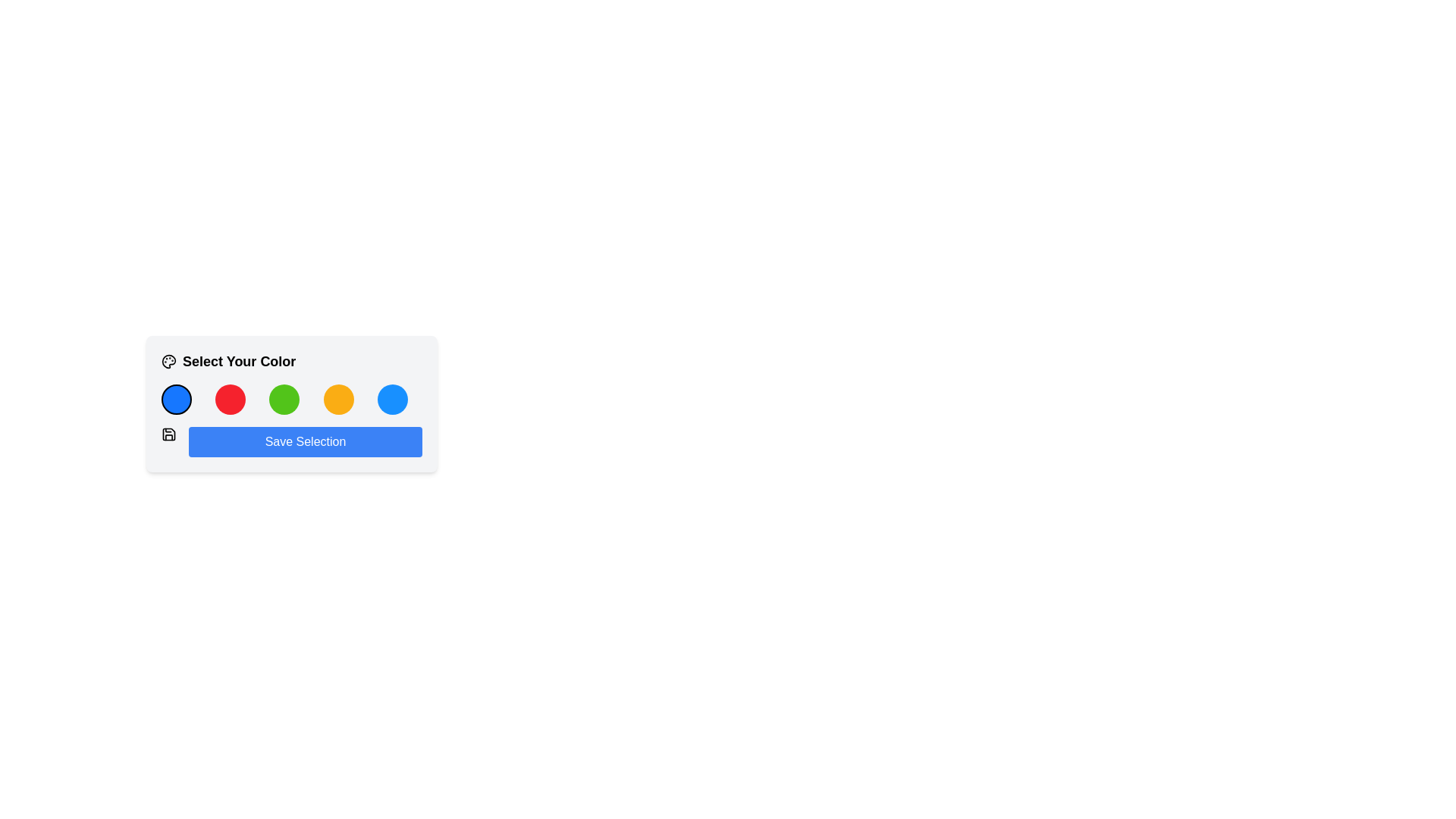 The height and width of the screenshot is (819, 1456). What do you see at coordinates (291, 362) in the screenshot?
I see `the Text Content with Icon element that has the header 'Select Your Color' and an adjacent palette icon` at bounding box center [291, 362].